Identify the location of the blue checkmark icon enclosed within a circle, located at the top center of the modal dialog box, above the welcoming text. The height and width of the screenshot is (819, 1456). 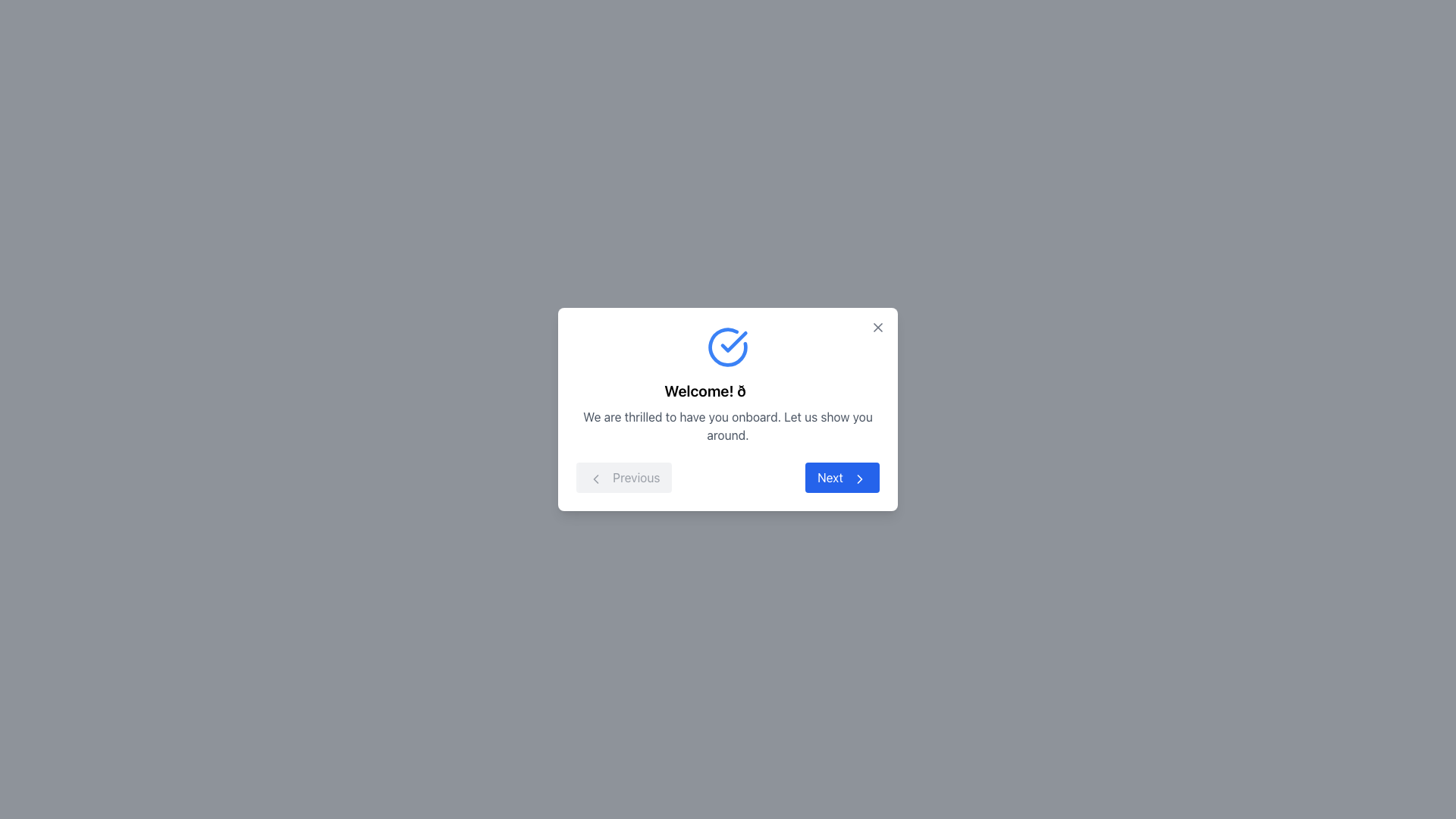
(728, 347).